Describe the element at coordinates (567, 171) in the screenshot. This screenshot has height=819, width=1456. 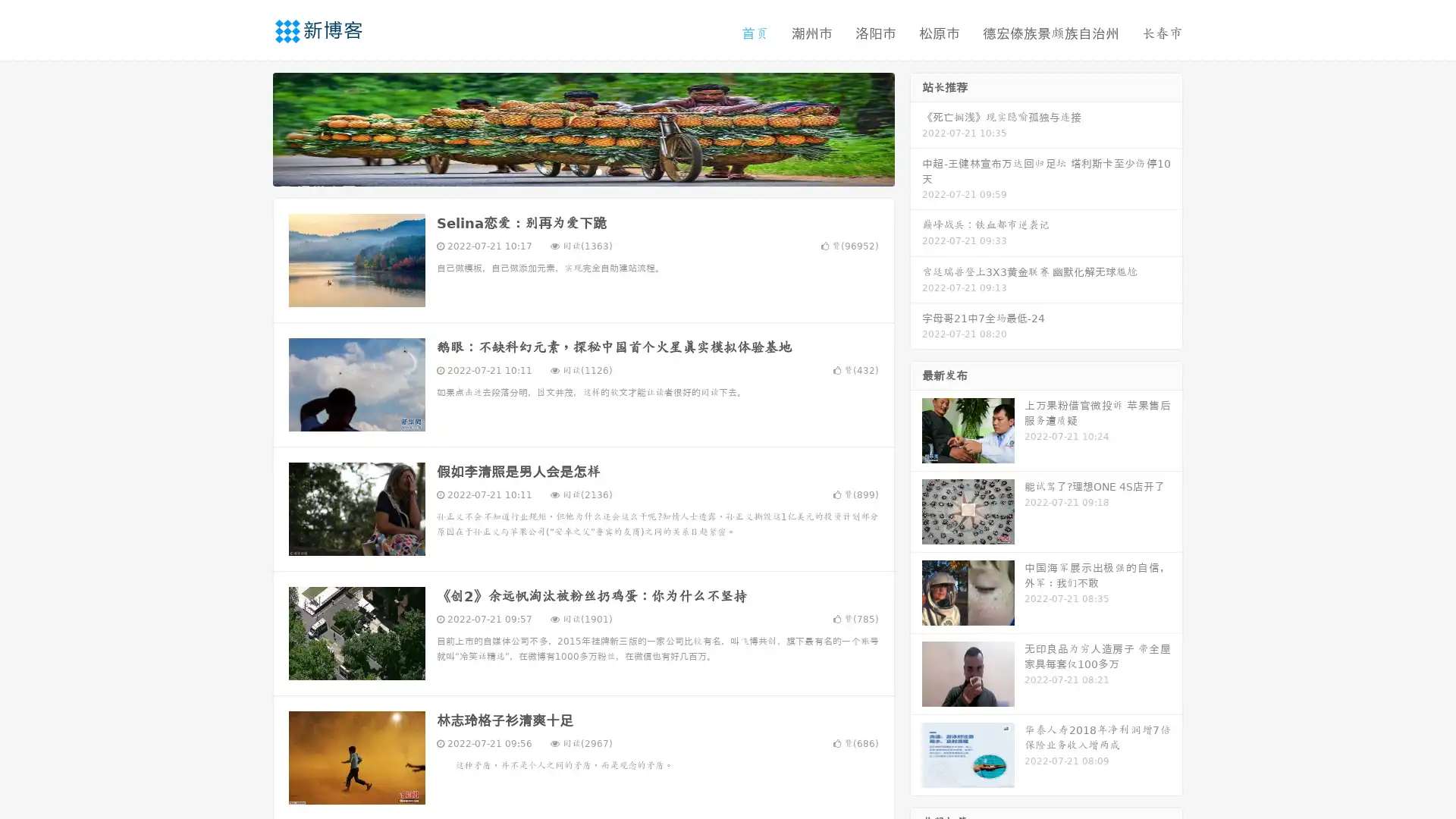
I see `Go to slide 1` at that location.